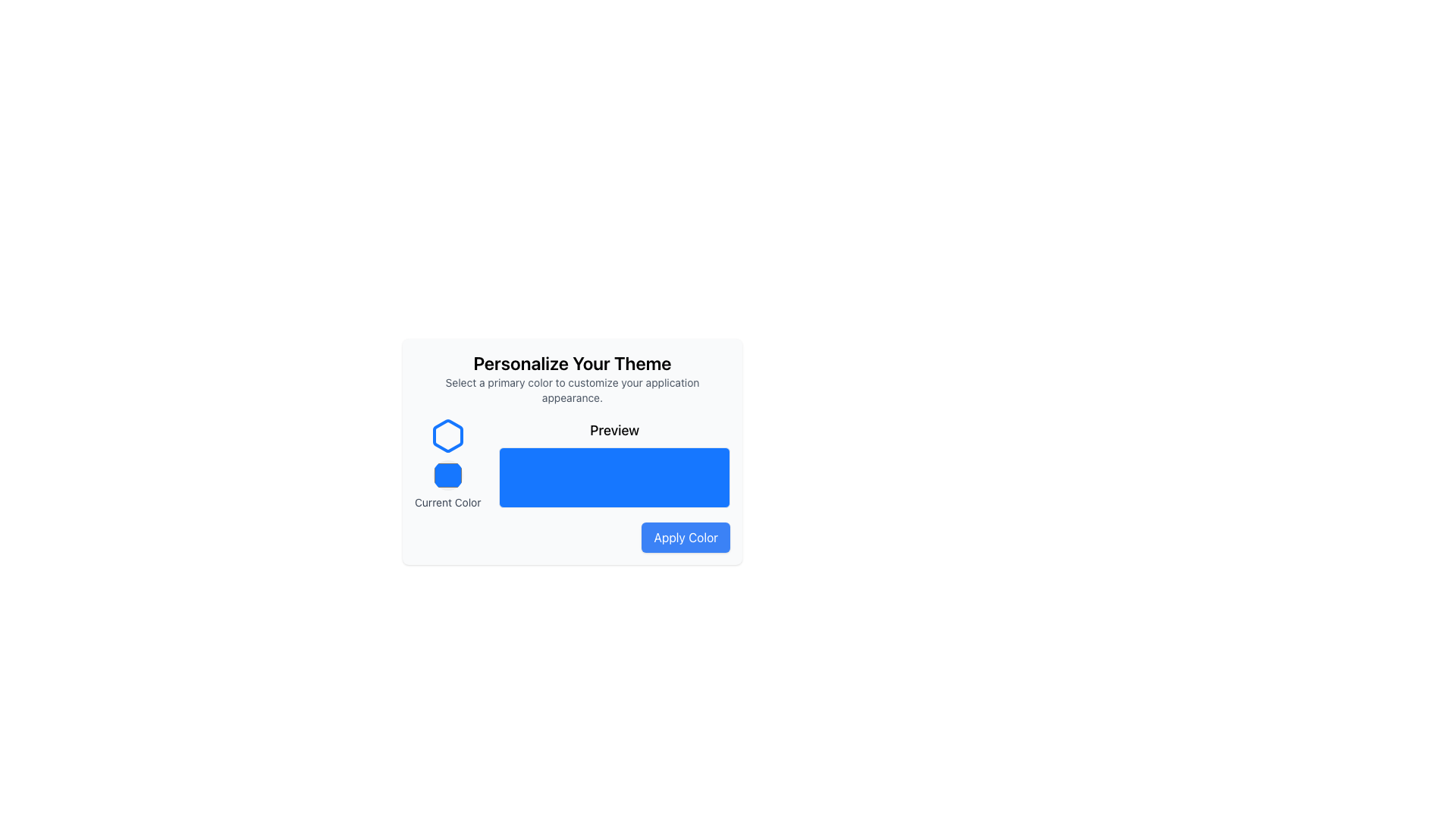  What do you see at coordinates (571, 451) in the screenshot?
I see `the Display box with a blue background and rounded corners, located below the 'Preview' text in the 'Personalize Your Theme' panel` at bounding box center [571, 451].